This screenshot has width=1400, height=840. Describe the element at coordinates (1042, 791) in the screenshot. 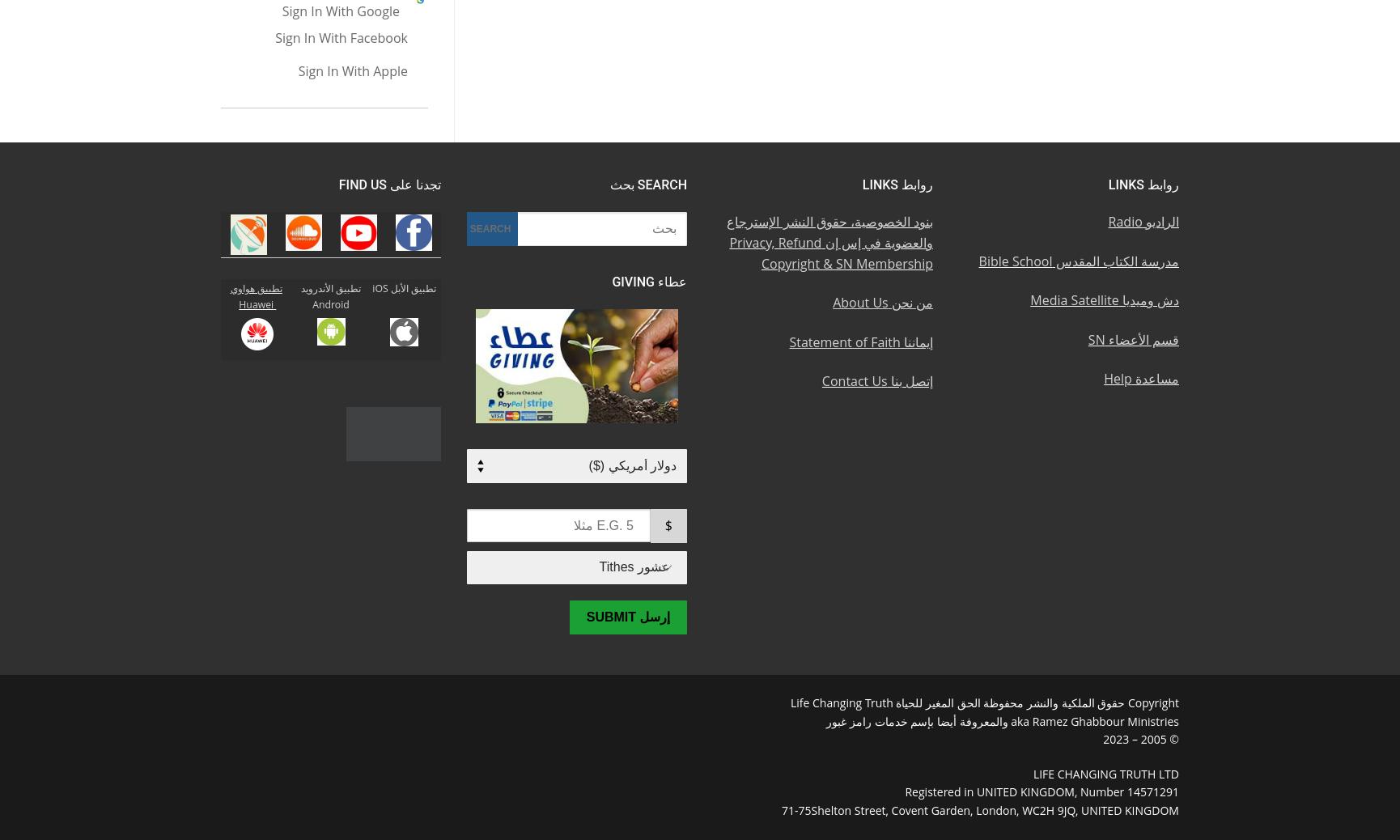

I see `'Registered in UNITED KINGDOM, Number 14571291'` at that location.